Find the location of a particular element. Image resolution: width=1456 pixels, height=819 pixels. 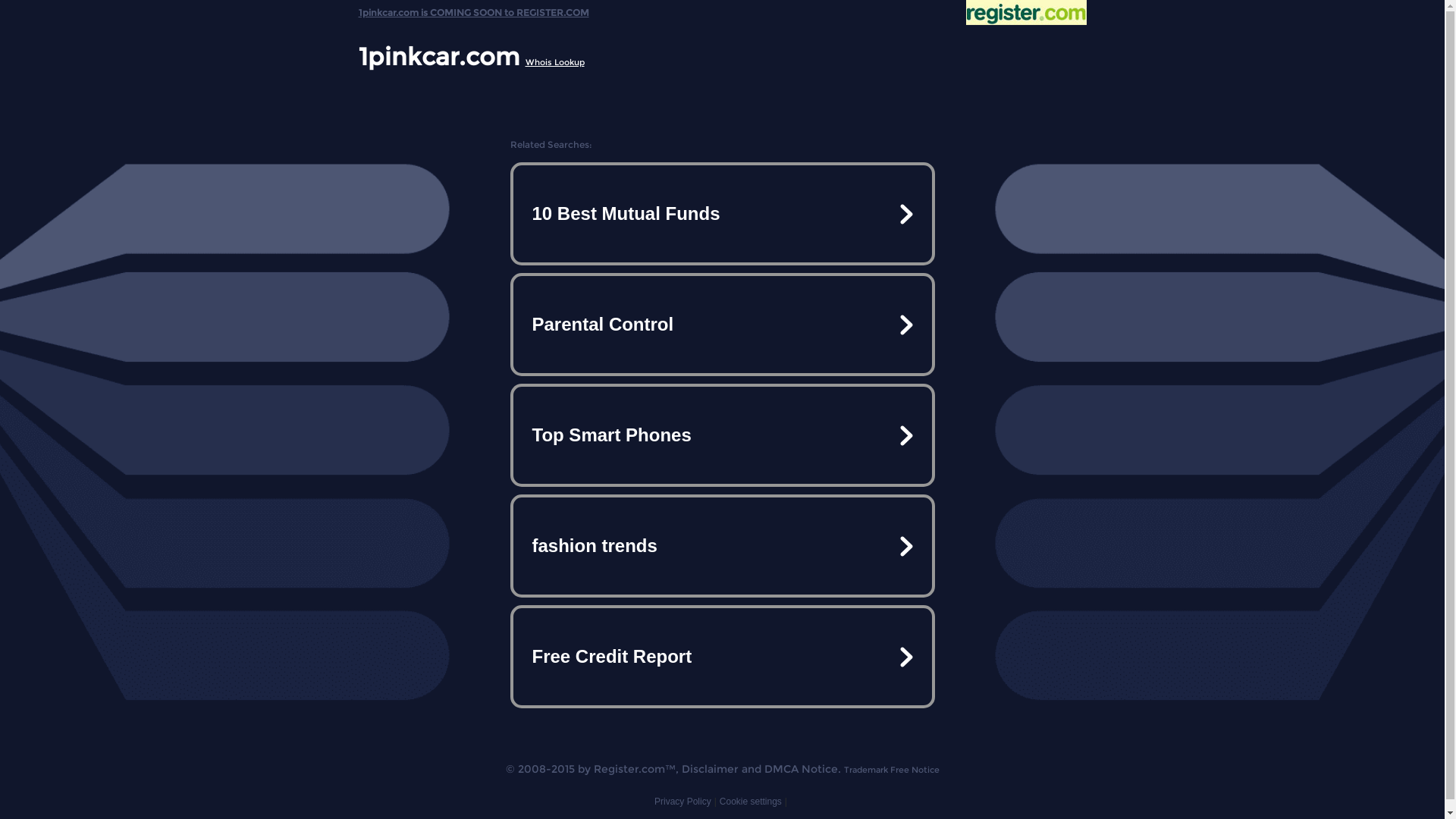

'Parental Control' is located at coordinates (513, 324).